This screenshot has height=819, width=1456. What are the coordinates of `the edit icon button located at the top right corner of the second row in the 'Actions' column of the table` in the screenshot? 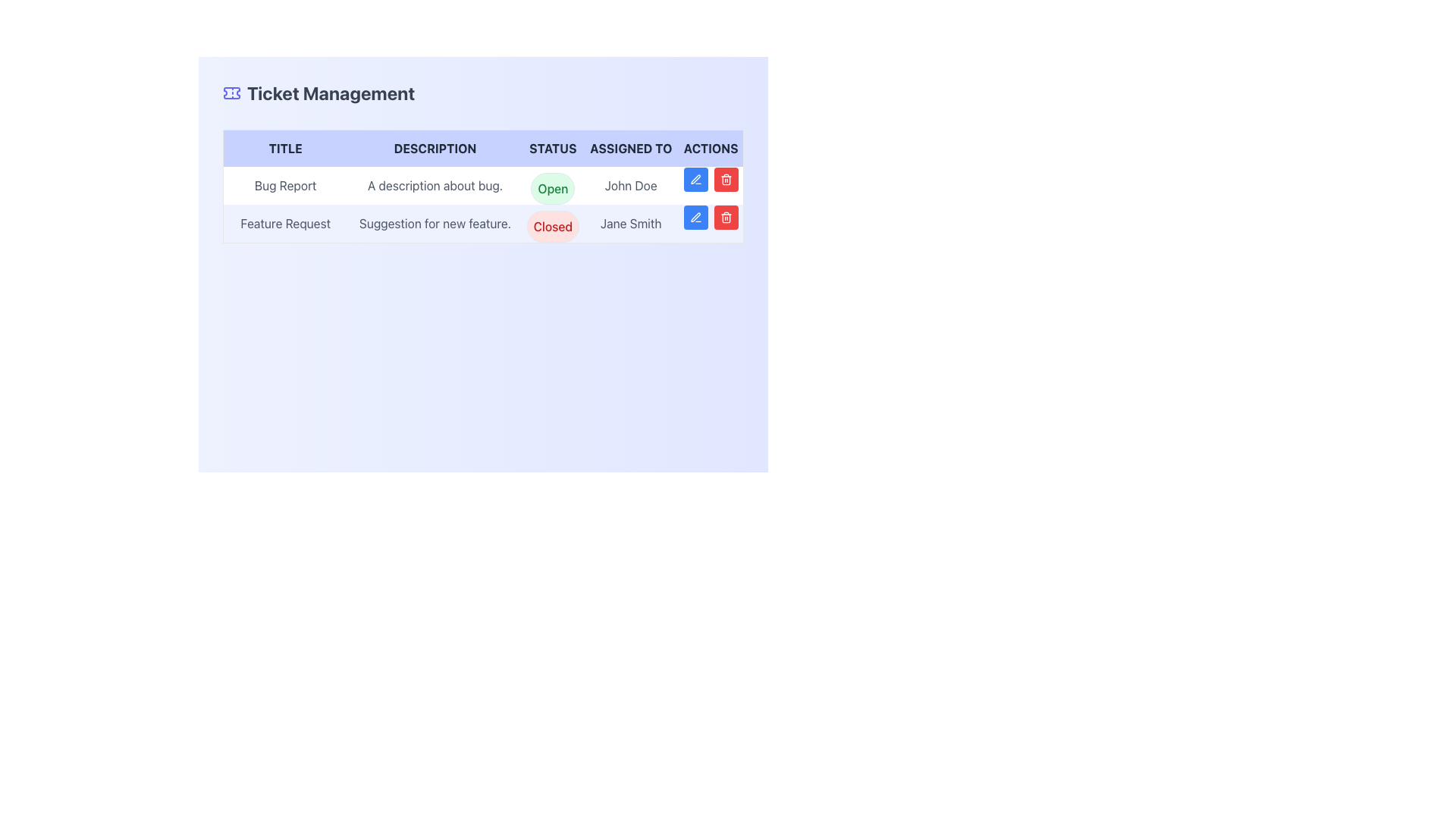 It's located at (695, 217).